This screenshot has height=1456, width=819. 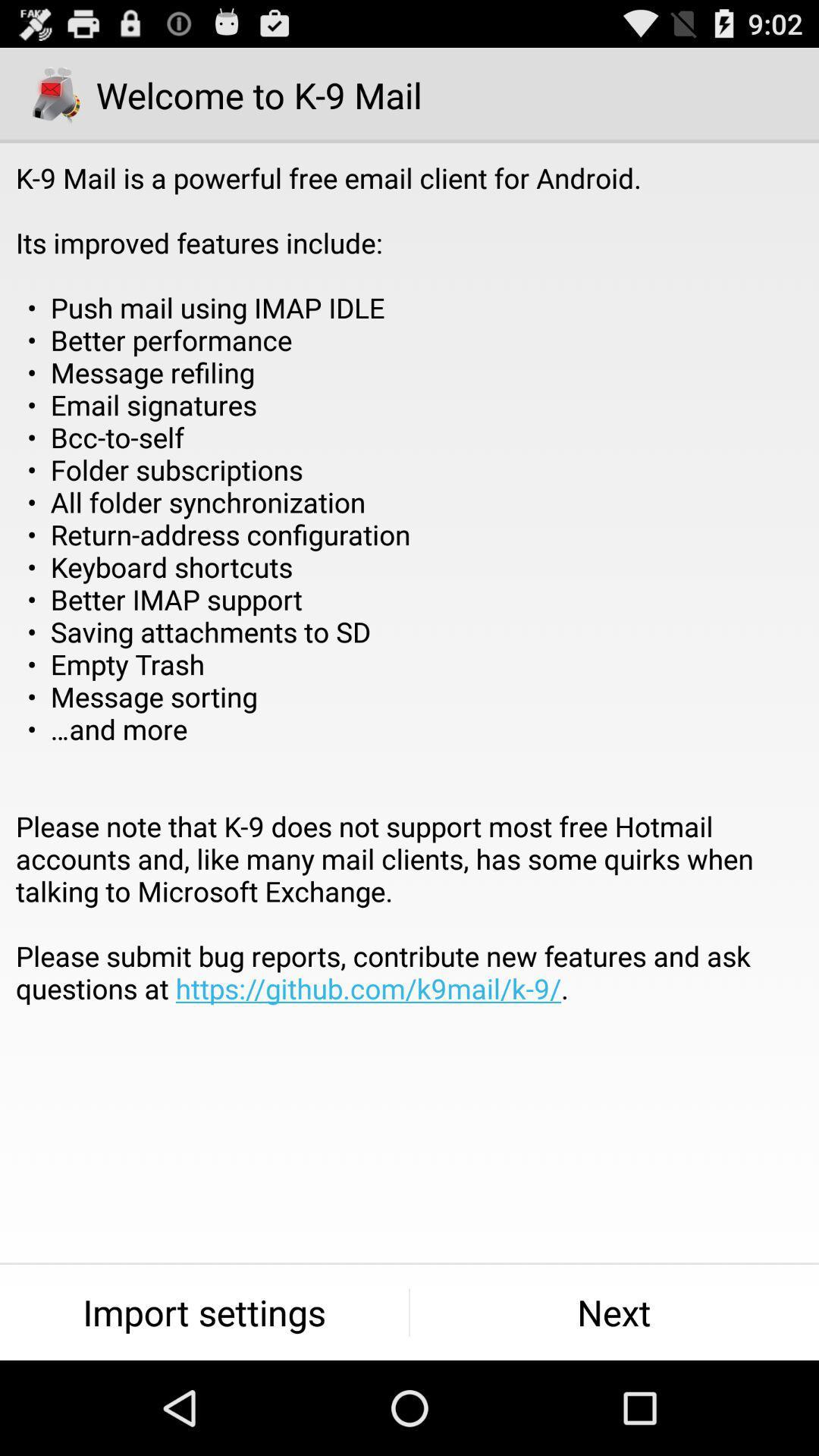 I want to click on the icon next to the import settings, so click(x=614, y=1312).